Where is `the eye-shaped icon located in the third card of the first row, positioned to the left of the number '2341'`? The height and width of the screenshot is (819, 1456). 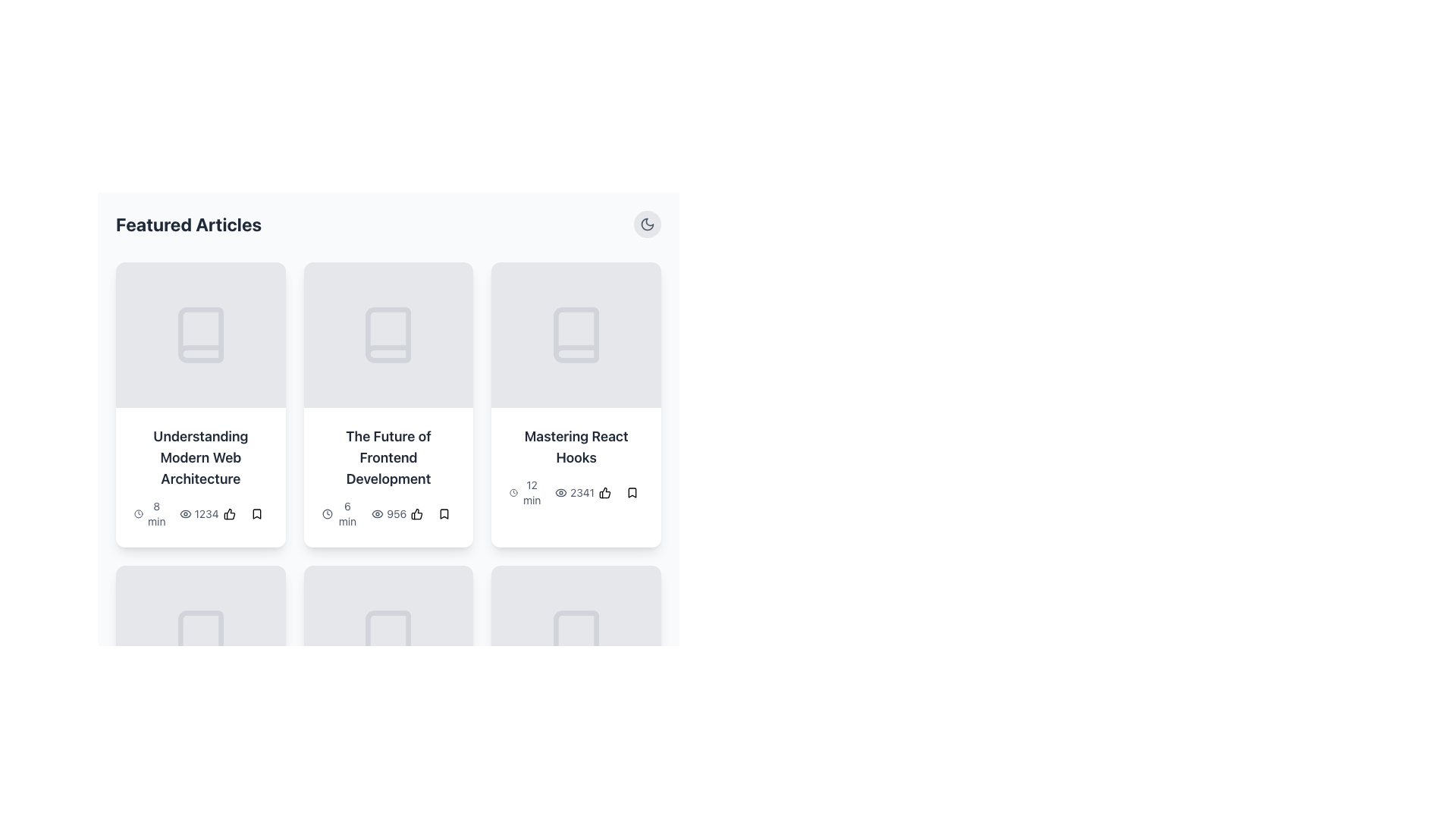 the eye-shaped icon located in the third card of the first row, positioned to the left of the number '2341' is located at coordinates (560, 493).